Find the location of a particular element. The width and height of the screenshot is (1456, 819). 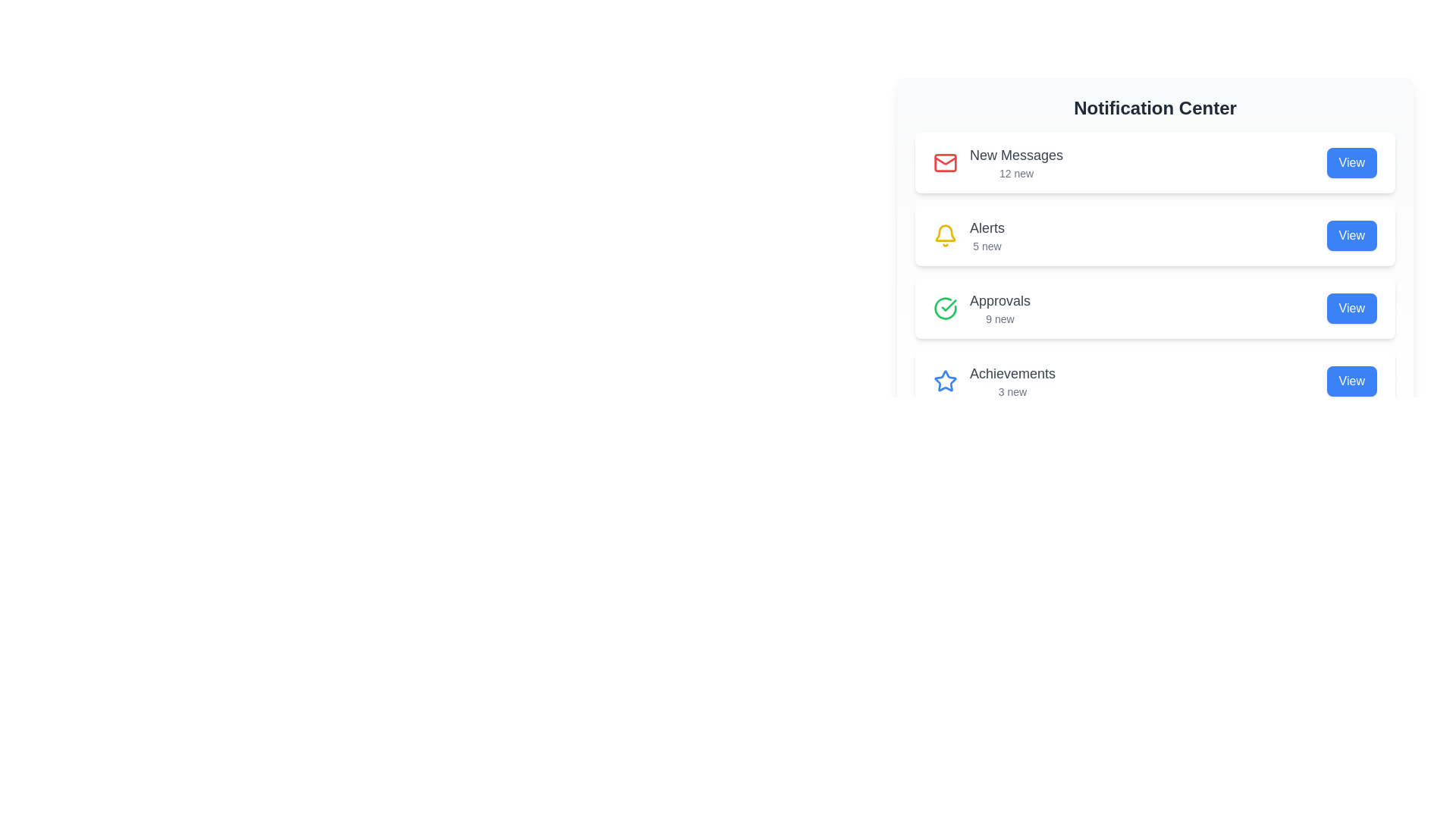

the button located at the end of the 'New Messages' notification entry is located at coordinates (1351, 163).